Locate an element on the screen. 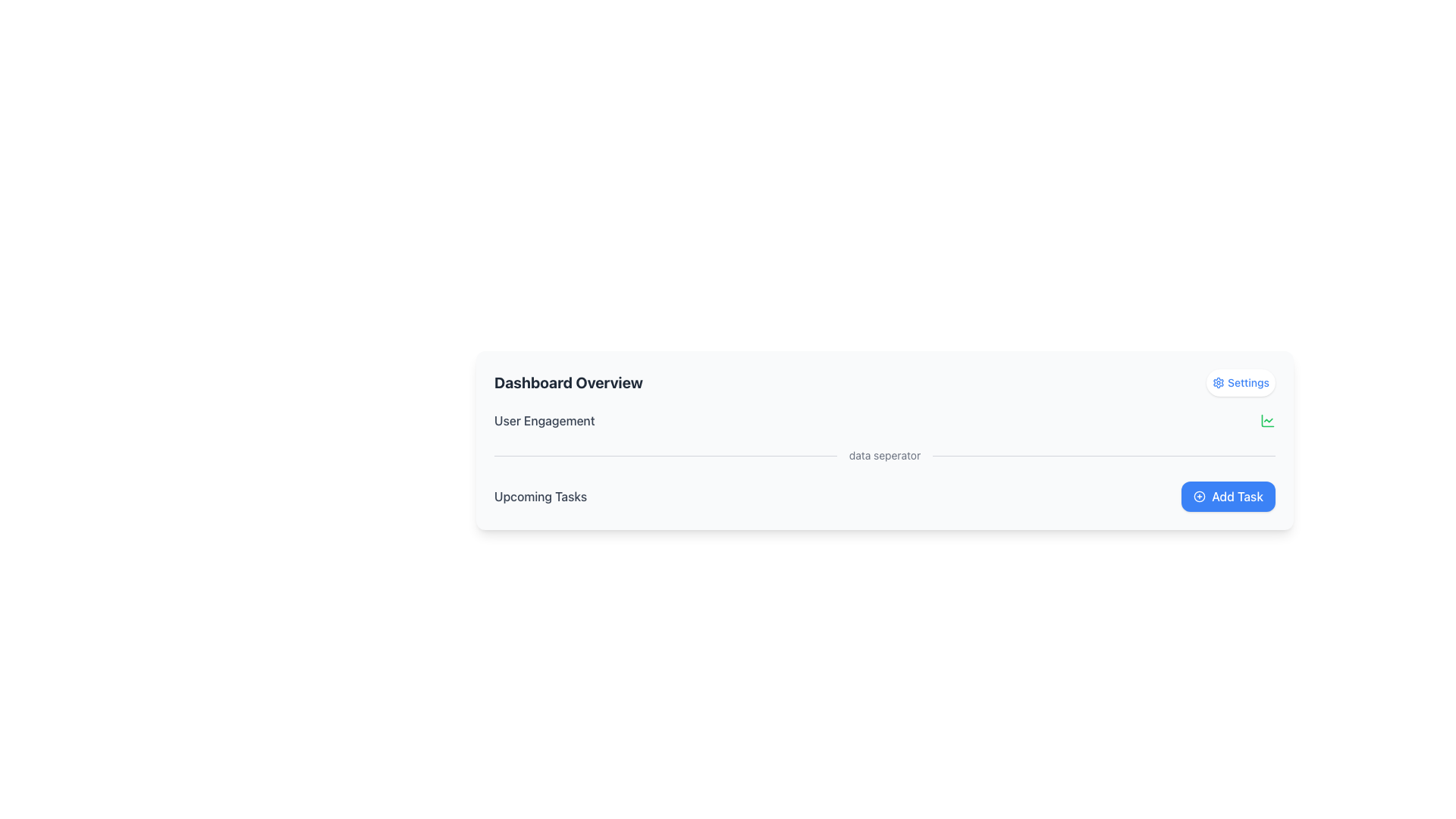 The width and height of the screenshot is (1456, 819). the static text element that reads 'Dashboard Overview', styled in a bold, large font in dark gray, located at the top left of the header section is located at coordinates (567, 382).